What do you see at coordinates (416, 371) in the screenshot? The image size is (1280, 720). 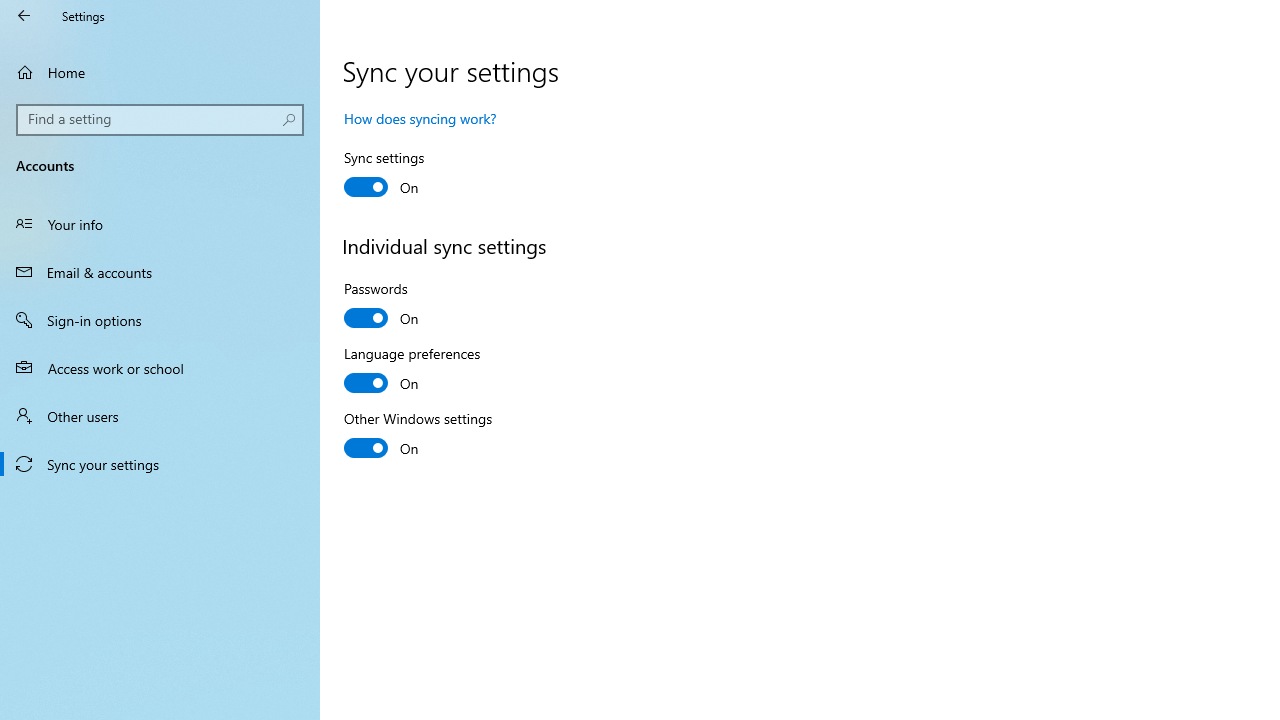 I see `'Language preferences'` at bounding box center [416, 371].